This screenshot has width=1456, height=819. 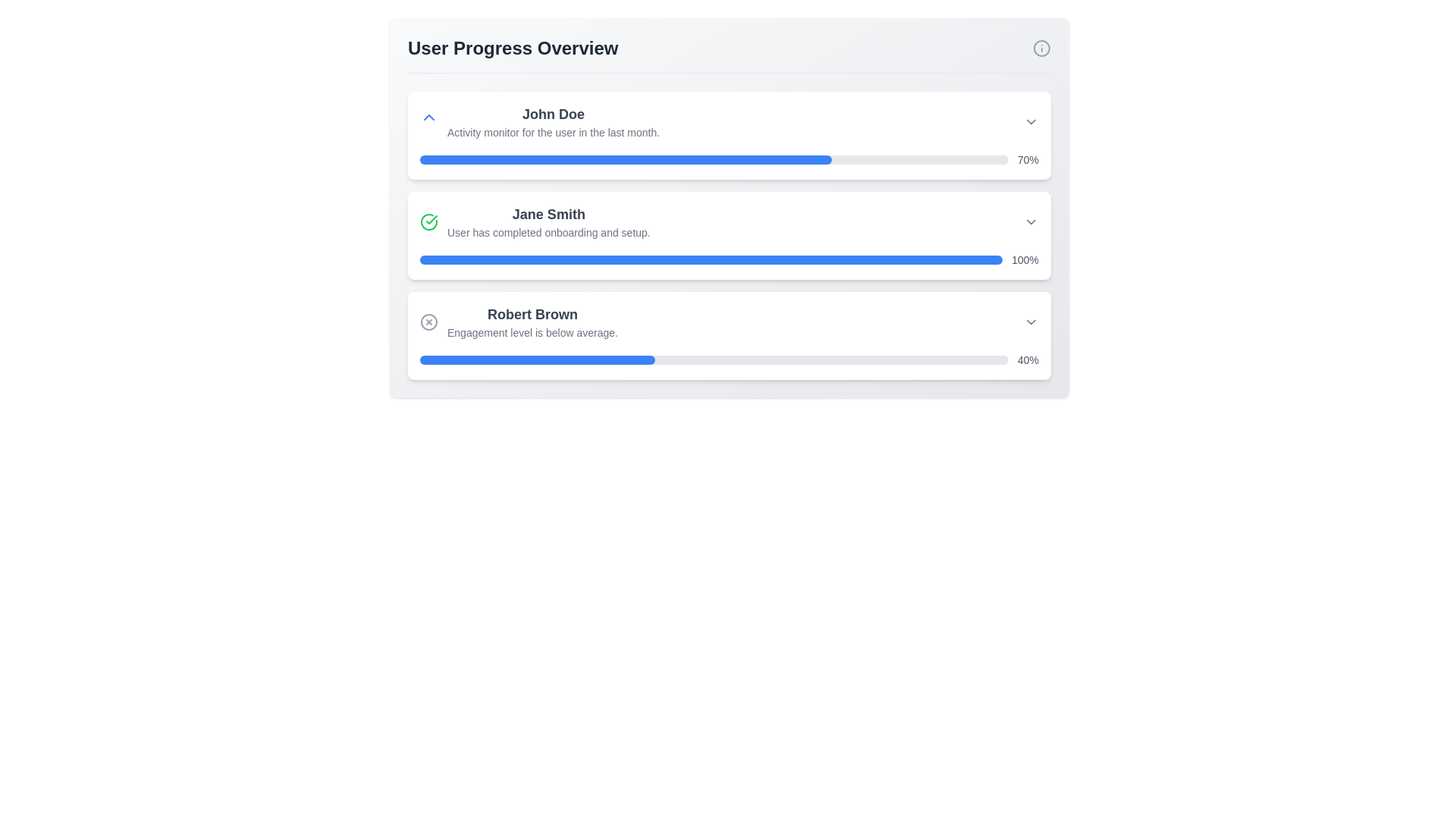 What do you see at coordinates (711, 259) in the screenshot?
I see `the horizontal progress bar indicating completion percentage for user 'Jane Smith', which is styled with a light gray background and a blue filled segment` at bounding box center [711, 259].